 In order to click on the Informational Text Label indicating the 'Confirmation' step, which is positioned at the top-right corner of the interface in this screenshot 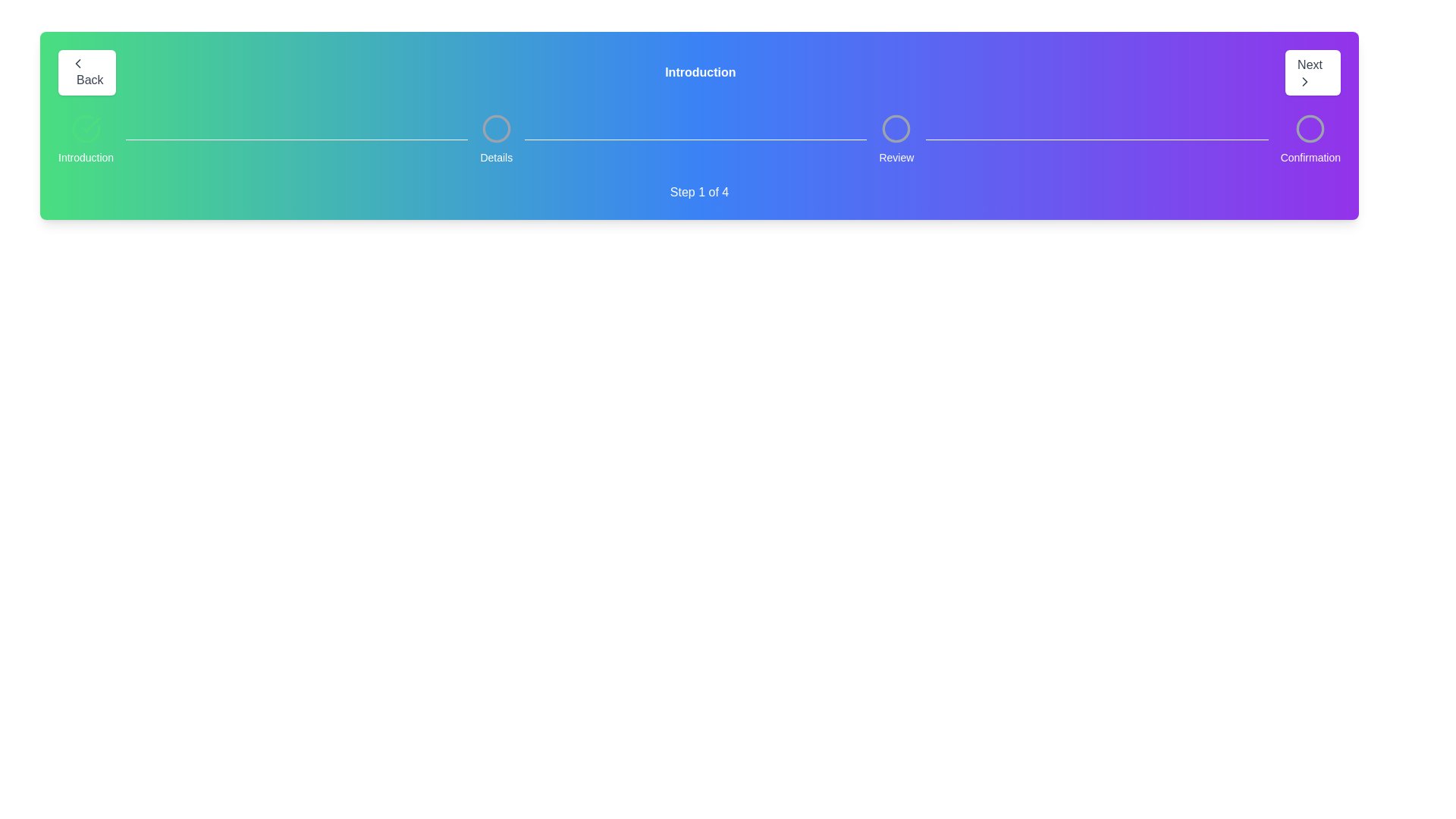, I will do `click(1310, 158)`.